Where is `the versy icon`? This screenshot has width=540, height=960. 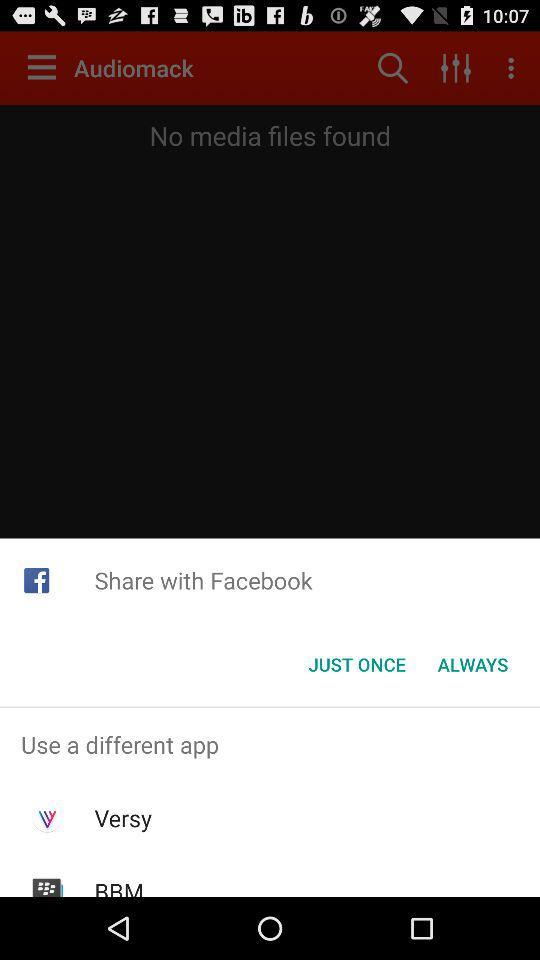 the versy icon is located at coordinates (123, 818).